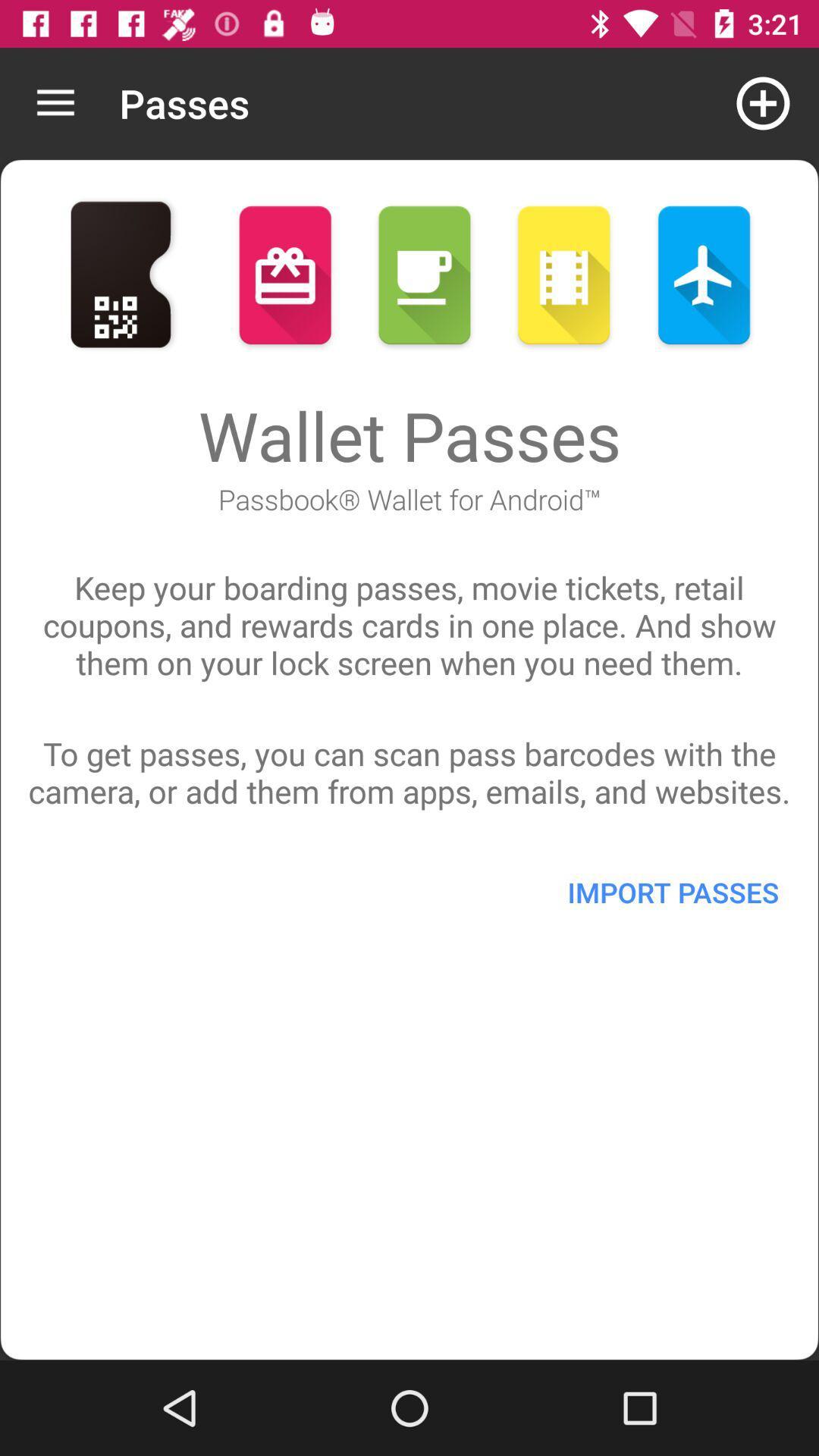 The width and height of the screenshot is (819, 1456). Describe the element at coordinates (672, 892) in the screenshot. I see `import passes item` at that location.